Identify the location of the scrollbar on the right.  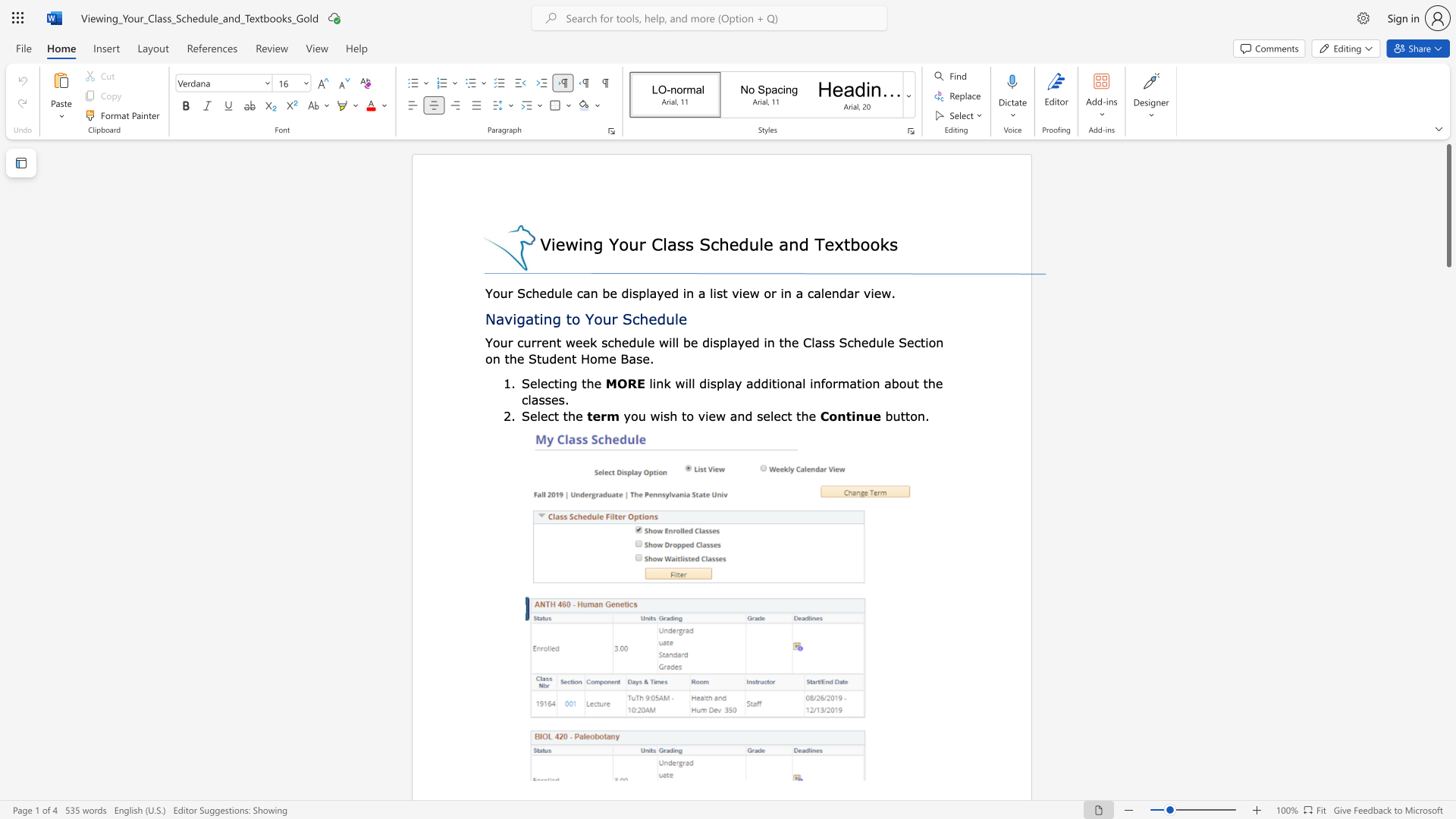
(1448, 493).